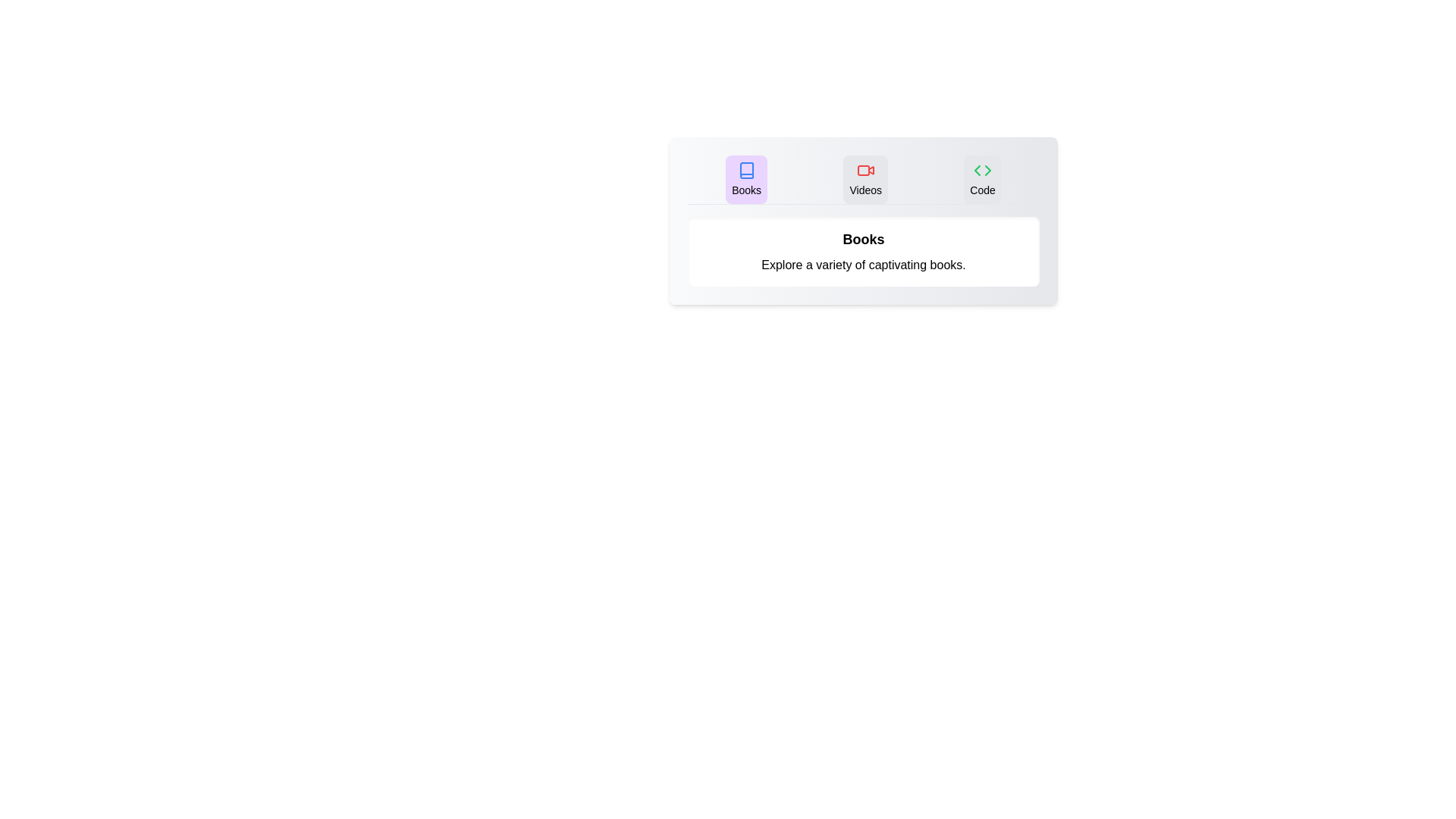 This screenshot has width=1456, height=819. I want to click on the Books tab by clicking on it, so click(746, 178).